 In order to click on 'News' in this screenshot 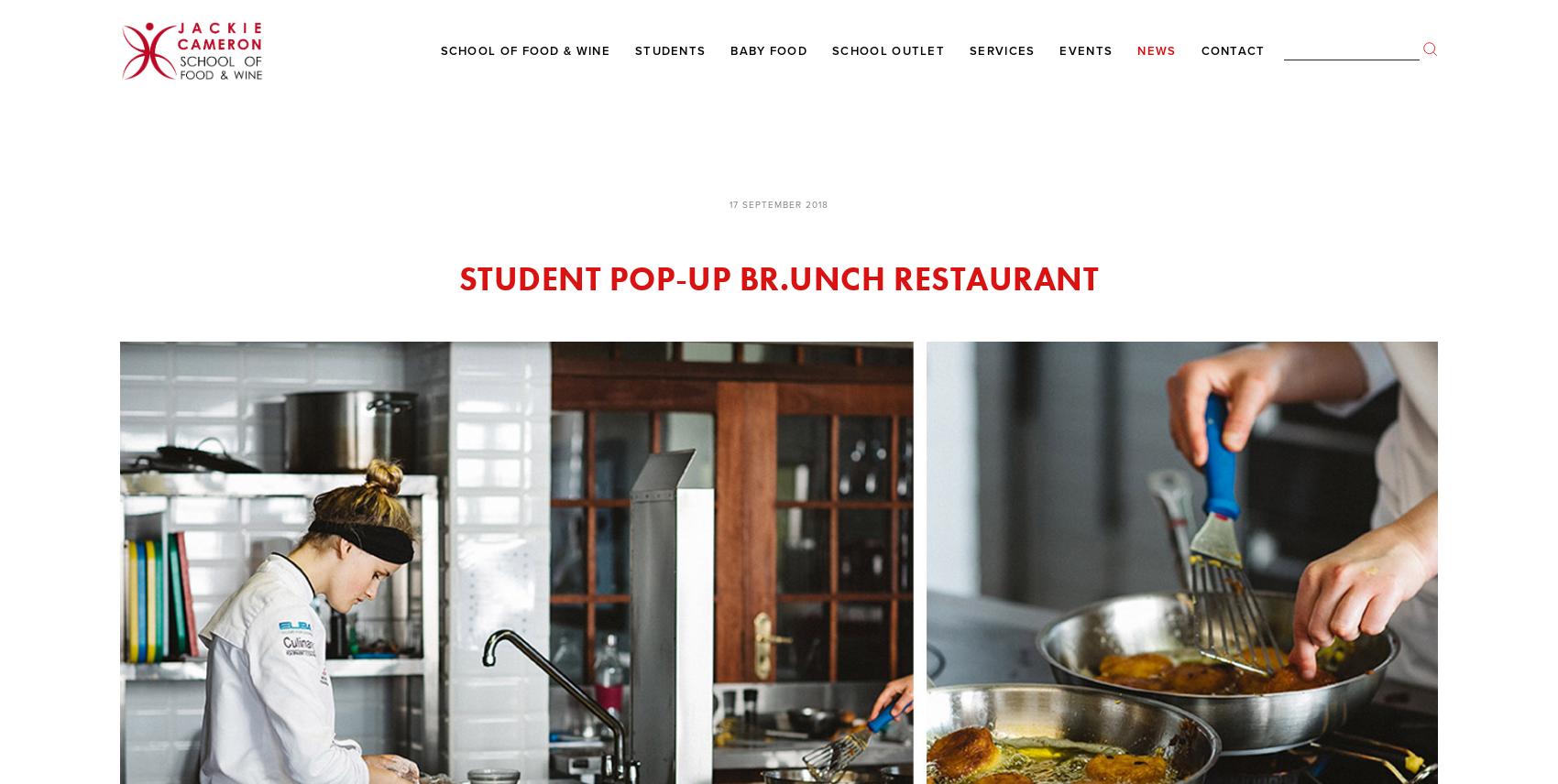, I will do `click(1156, 49)`.